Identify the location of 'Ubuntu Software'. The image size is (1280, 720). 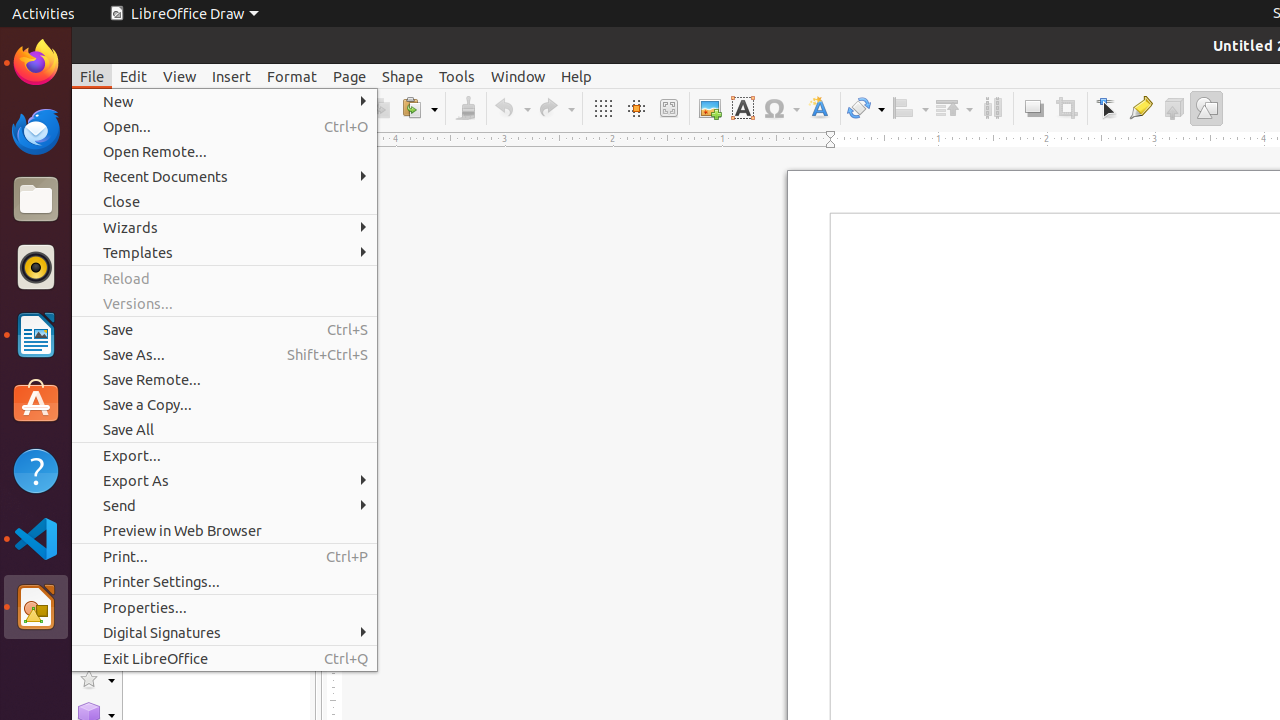
(35, 403).